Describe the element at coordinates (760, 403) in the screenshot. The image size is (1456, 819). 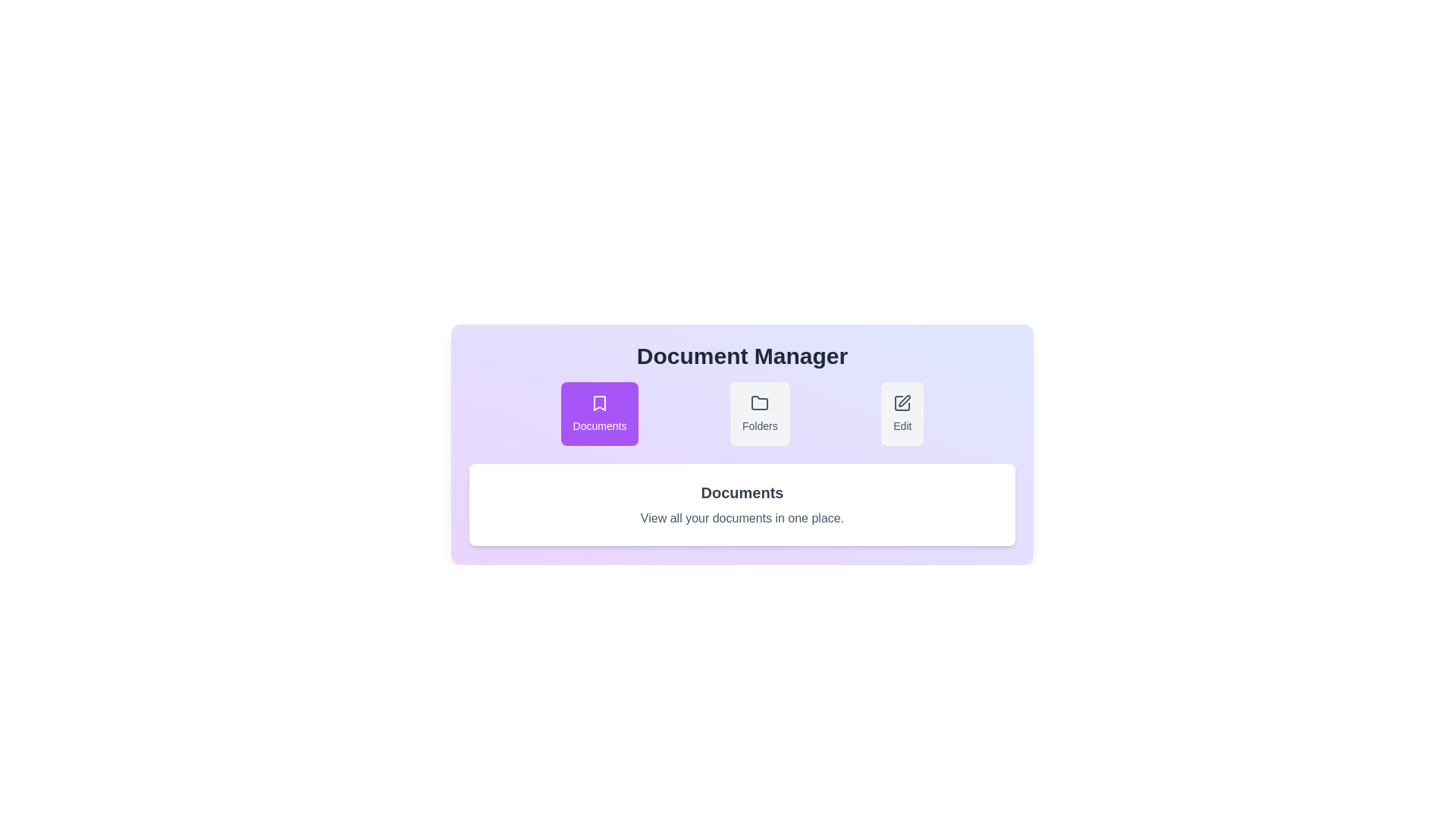
I see `the decorative folder icon located in the middle tile of the 'Folders' section under the 'Document Manager' heading` at that location.